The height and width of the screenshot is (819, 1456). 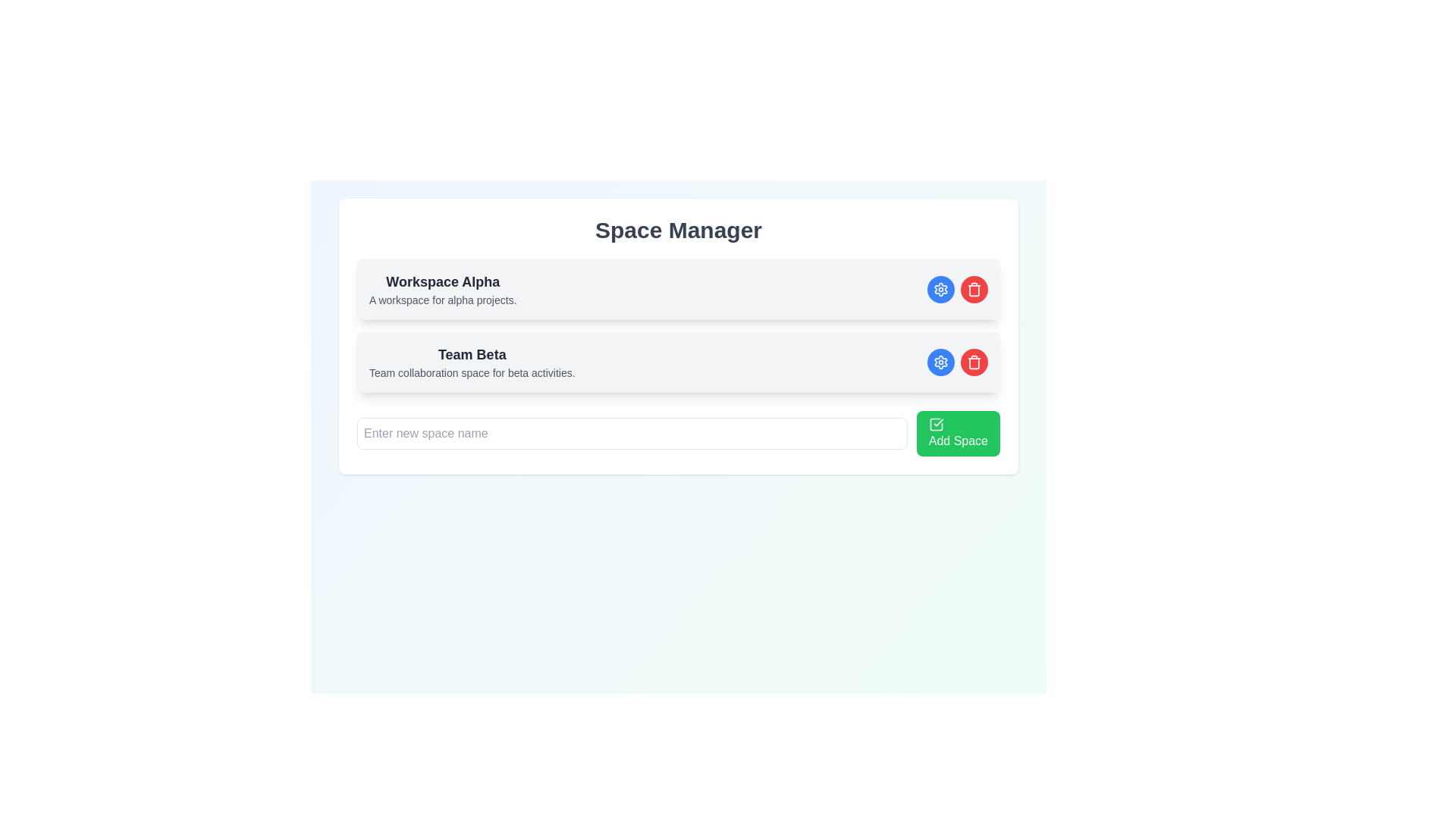 I want to click on the delete button located in the top-right area of the 'Team Beta' section, which is to the right of a blue circular settings button, so click(x=956, y=362).